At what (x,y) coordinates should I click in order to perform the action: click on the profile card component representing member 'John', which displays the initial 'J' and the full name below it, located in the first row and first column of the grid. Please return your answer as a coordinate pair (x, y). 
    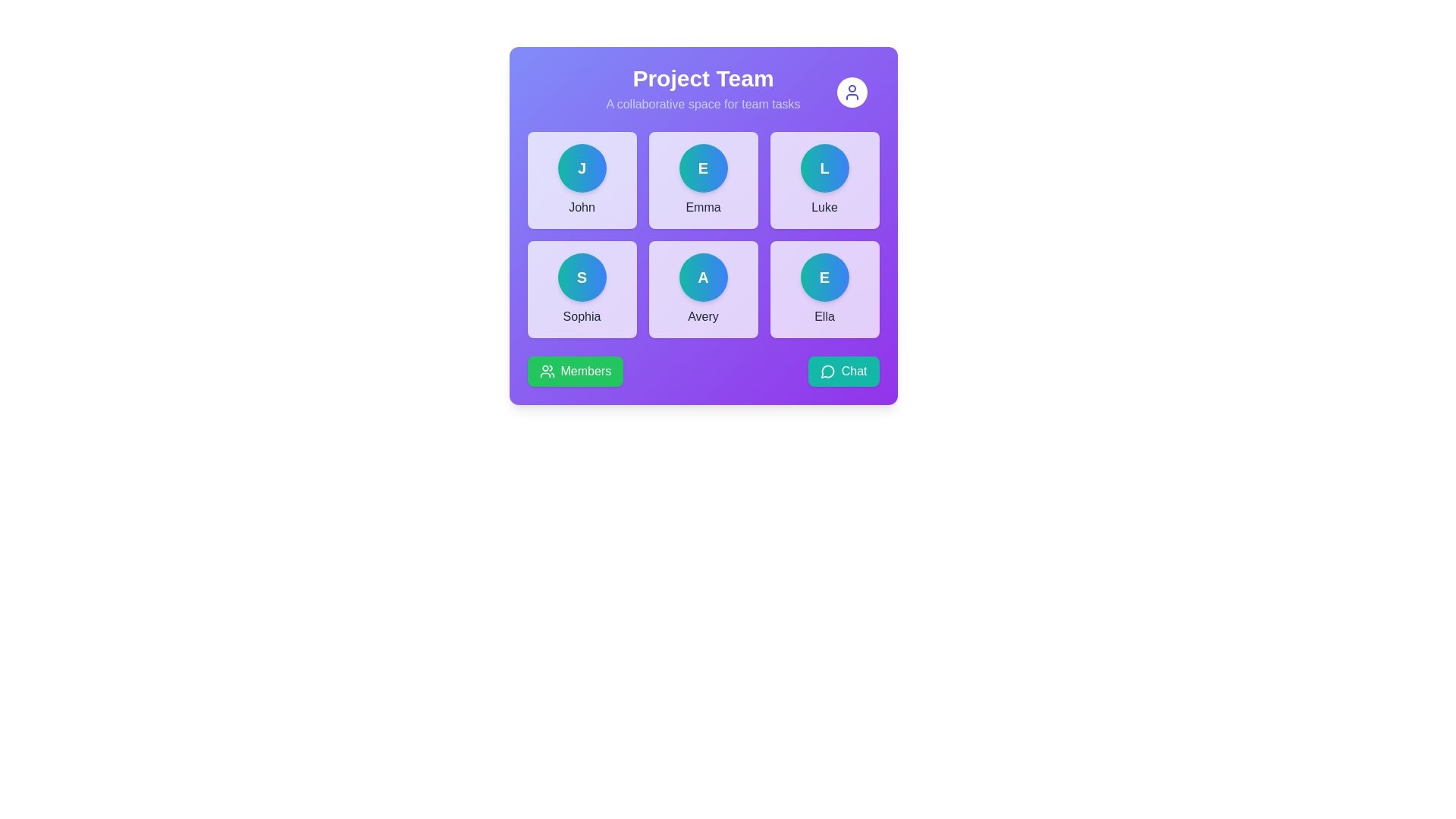
    Looking at the image, I should click on (581, 180).